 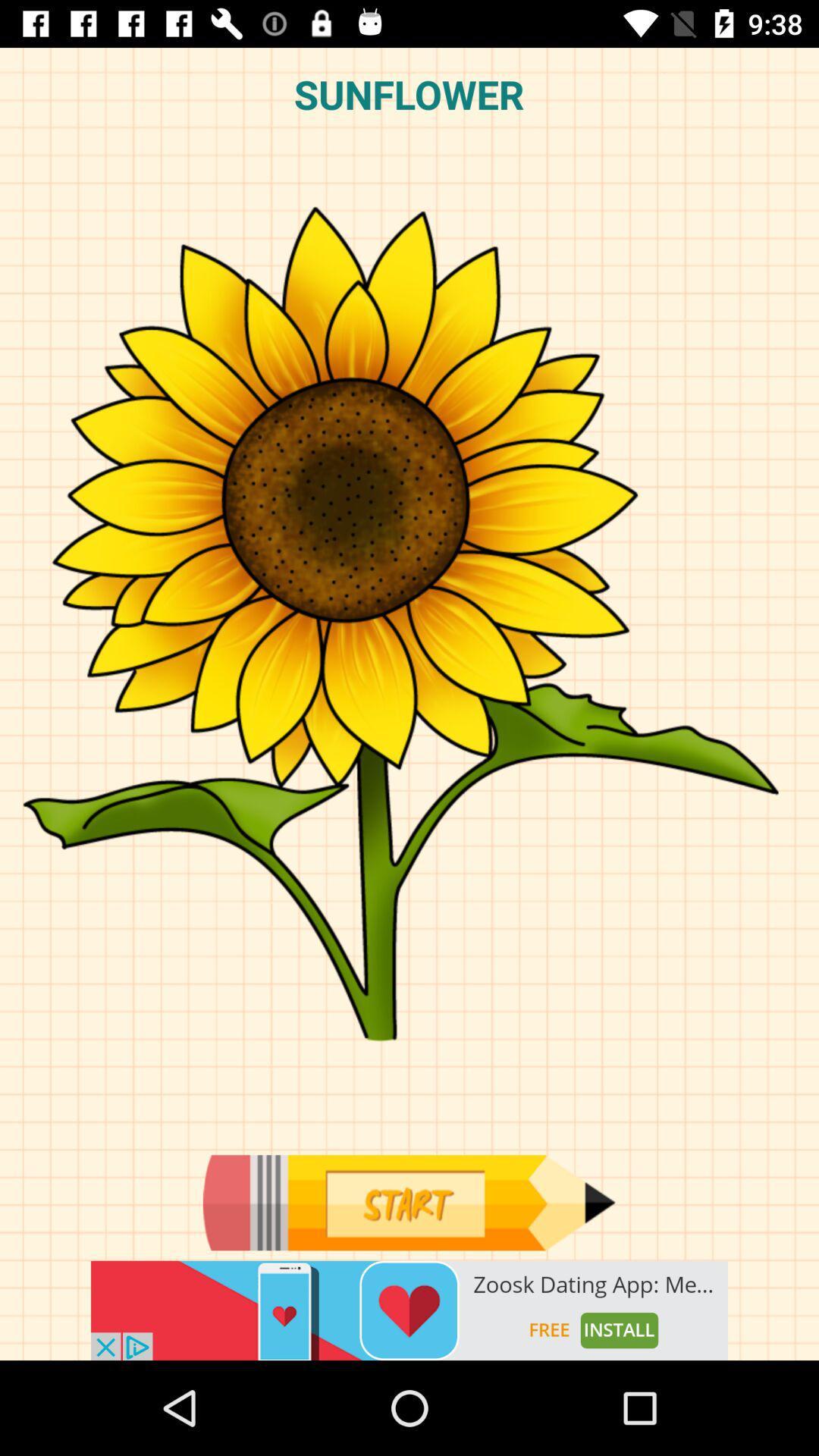 I want to click on advertisement website, so click(x=409, y=1310).